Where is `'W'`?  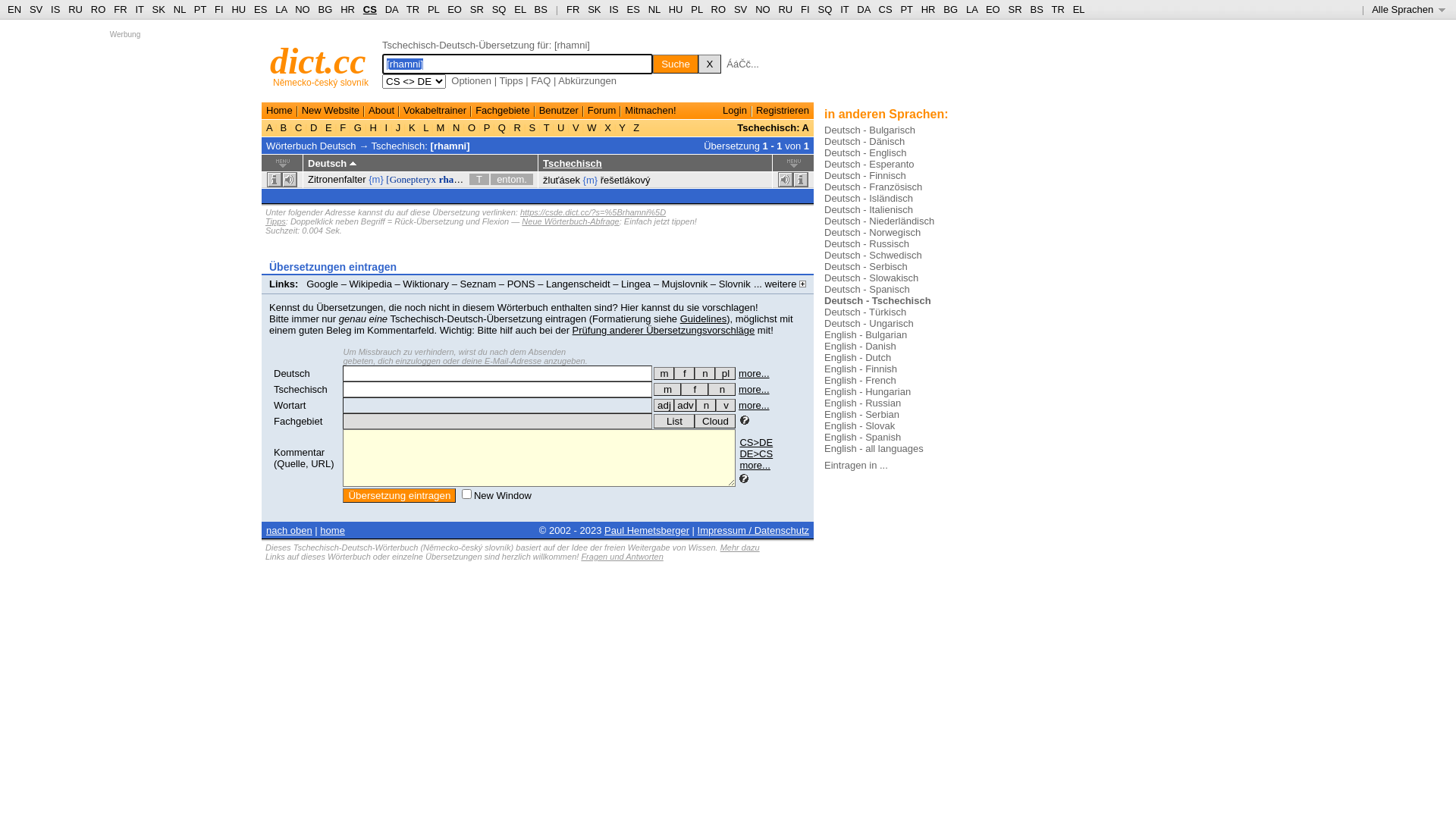 'W' is located at coordinates (591, 127).